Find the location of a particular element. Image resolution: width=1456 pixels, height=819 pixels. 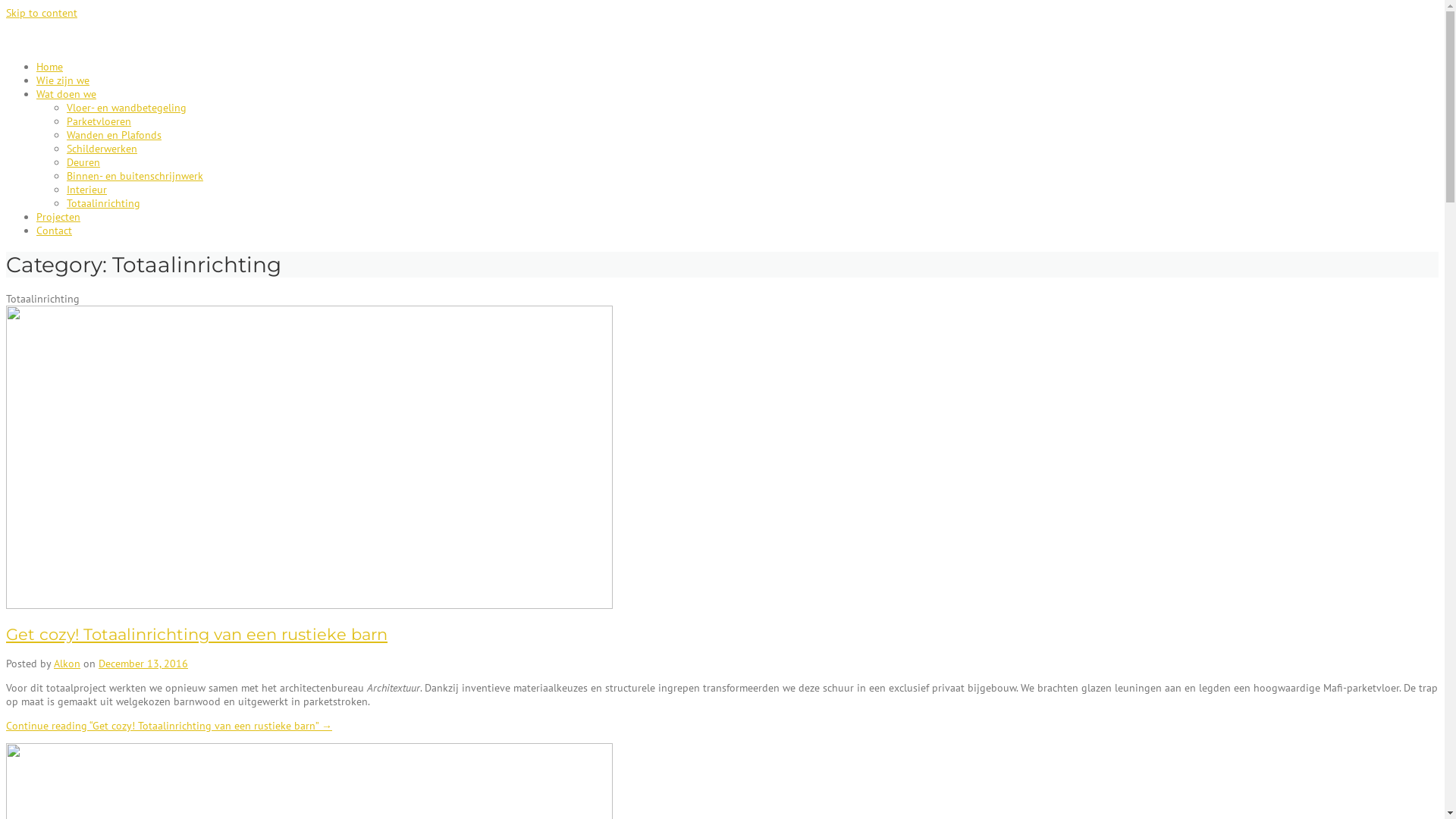

'Totaalinrichting' is located at coordinates (102, 202).